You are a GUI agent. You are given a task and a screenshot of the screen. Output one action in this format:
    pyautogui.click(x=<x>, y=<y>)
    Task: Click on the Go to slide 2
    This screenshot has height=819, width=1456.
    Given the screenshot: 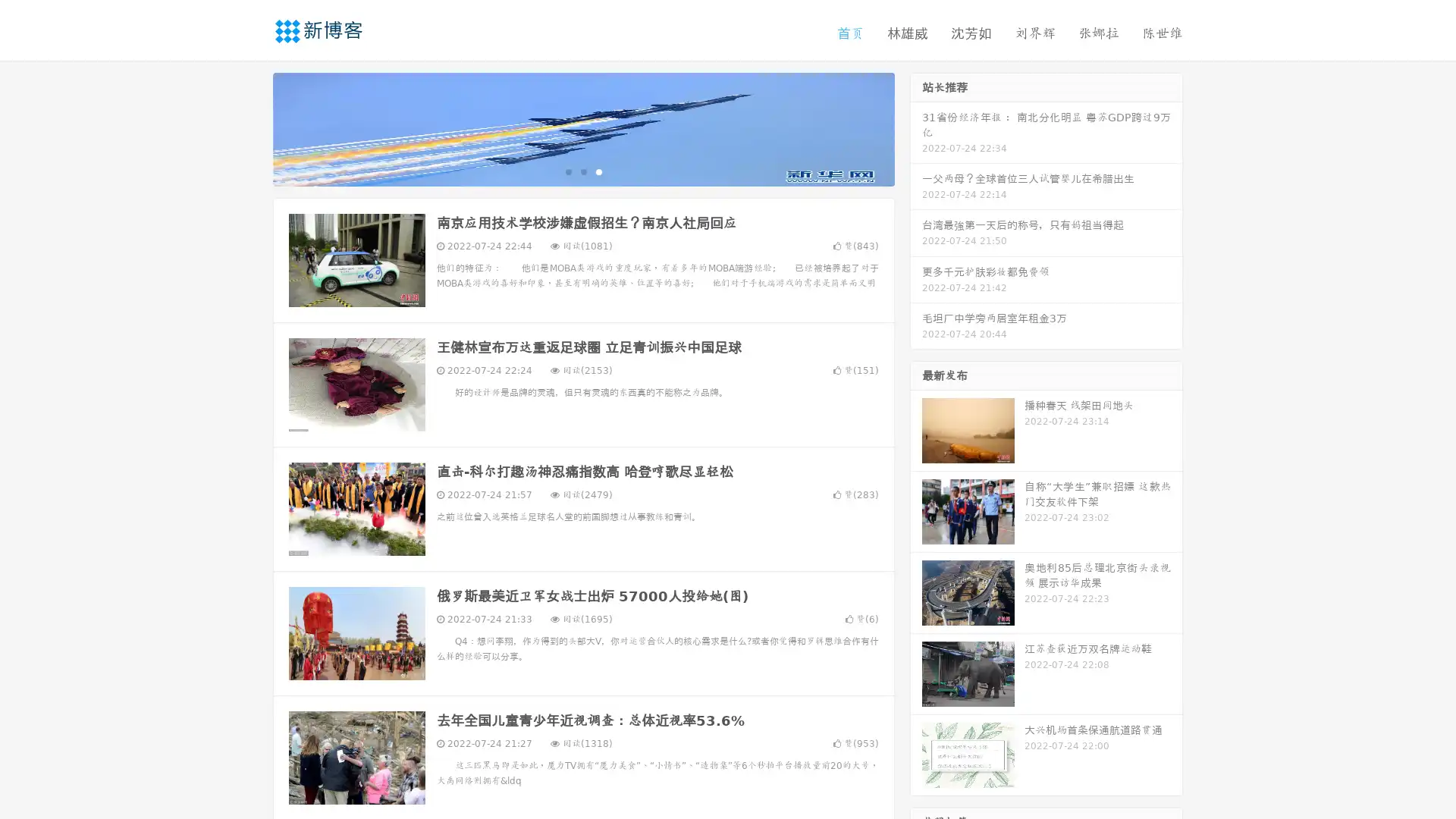 What is the action you would take?
    pyautogui.click(x=582, y=171)
    